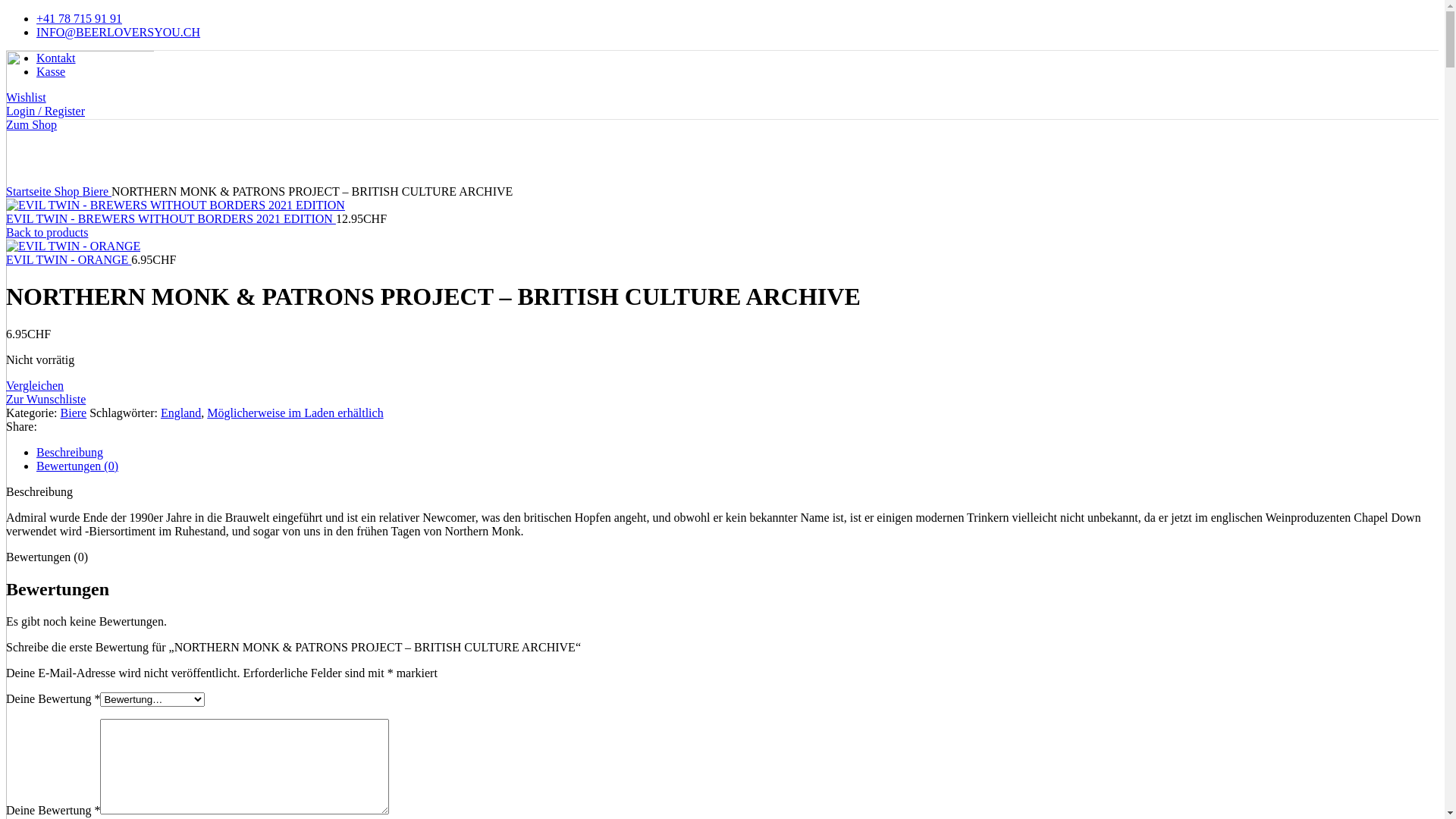 The width and height of the screenshot is (1456, 819). I want to click on 'Bewertungen (0)', so click(76, 465).